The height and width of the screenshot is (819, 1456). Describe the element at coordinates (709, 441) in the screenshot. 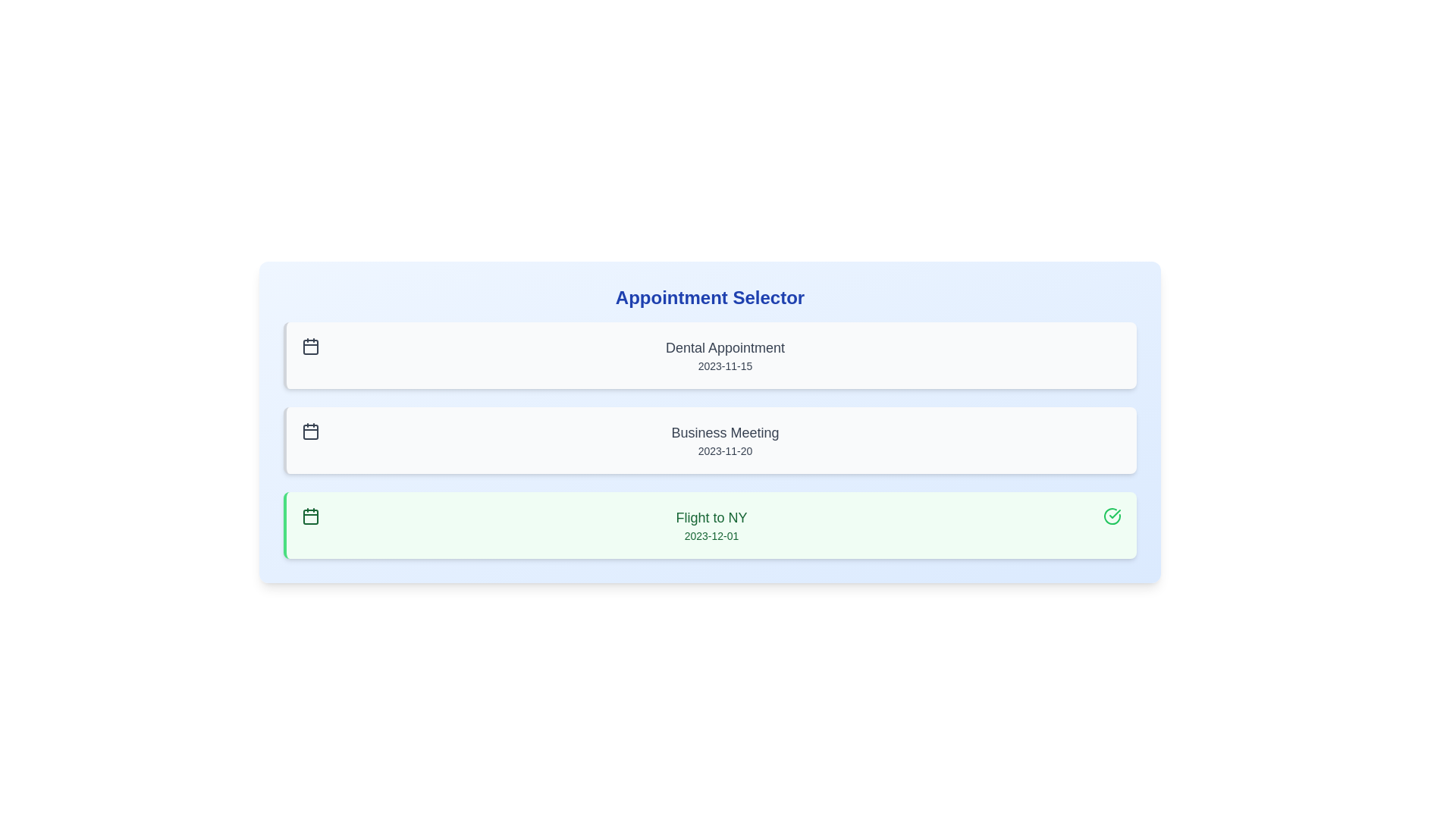

I see `the appointment labeled 'Business Meeting' to observe its hover effect` at that location.